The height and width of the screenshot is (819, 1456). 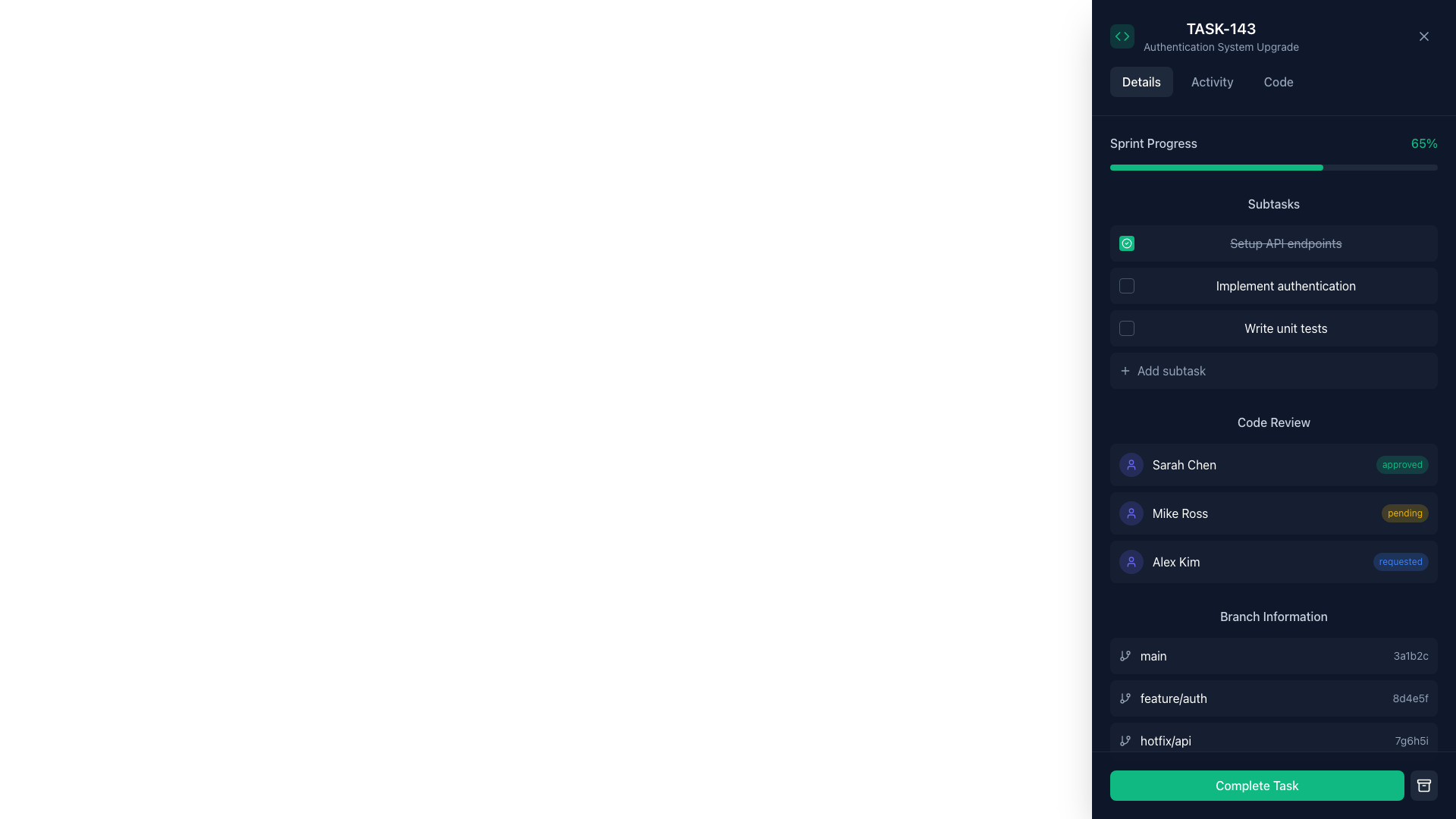 I want to click on the clickable checkbox for the subtask 'Implement authentication', so click(x=1127, y=286).